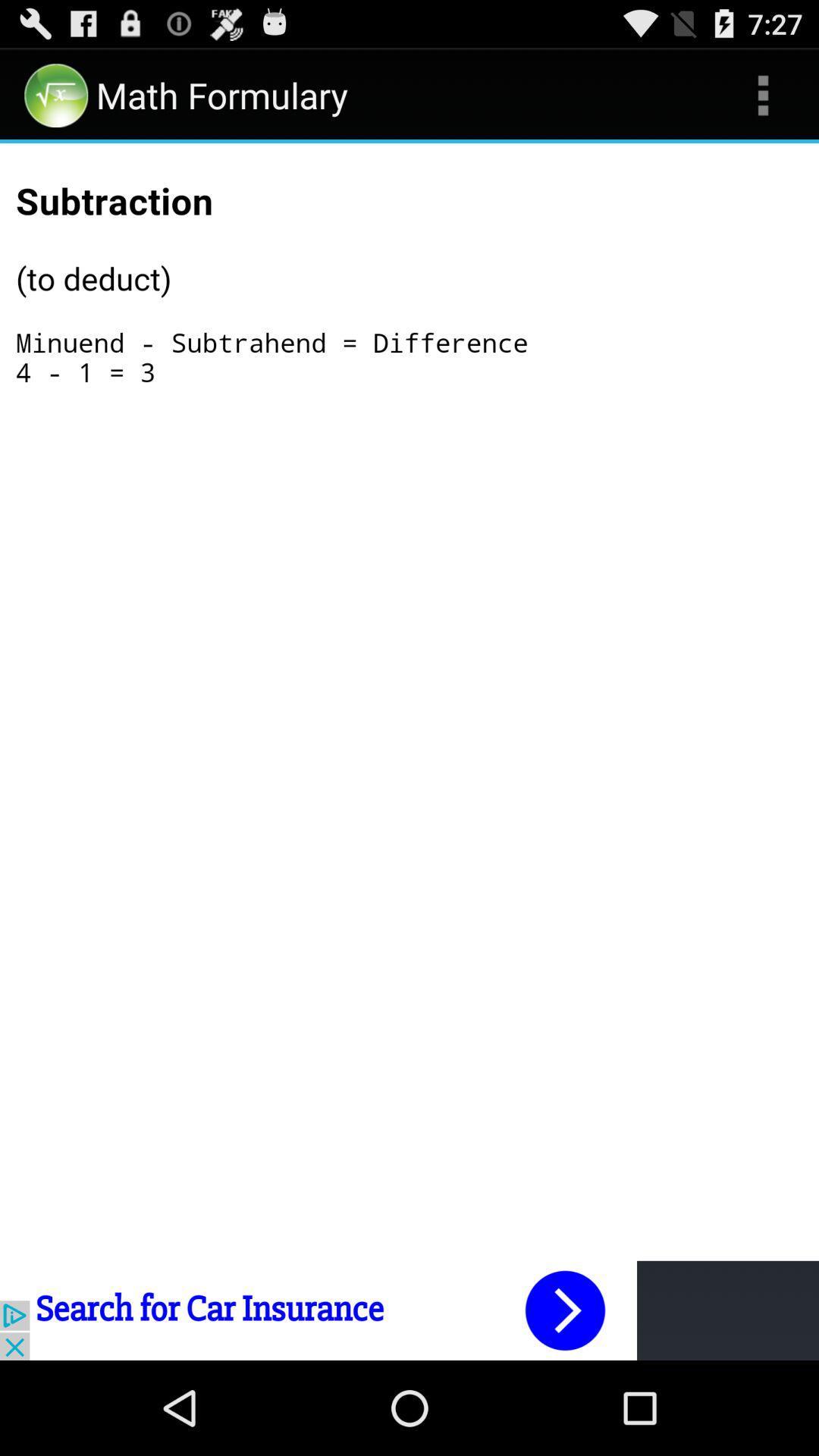  I want to click on formula, so click(409, 306).